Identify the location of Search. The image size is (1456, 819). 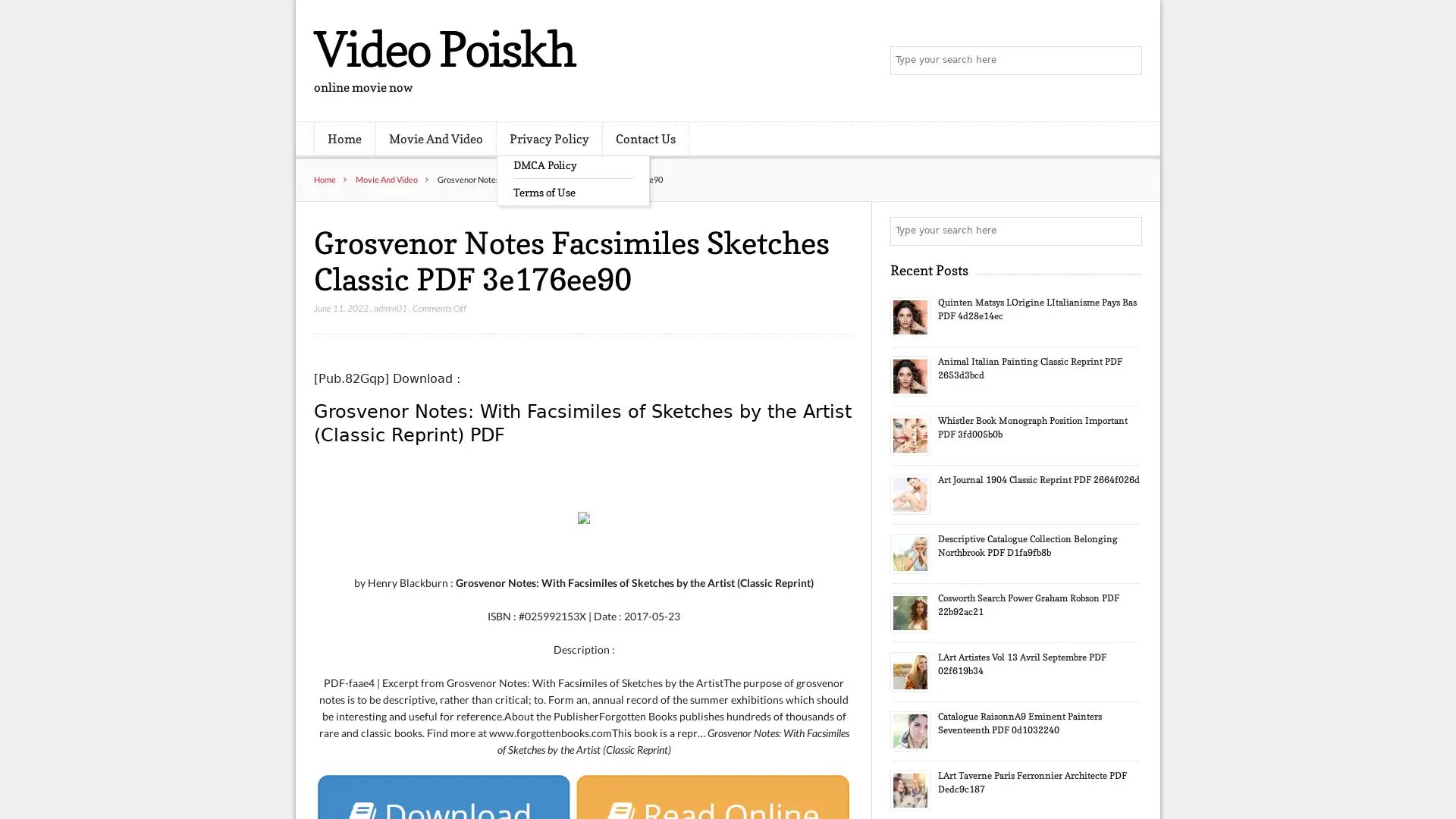
(1126, 231).